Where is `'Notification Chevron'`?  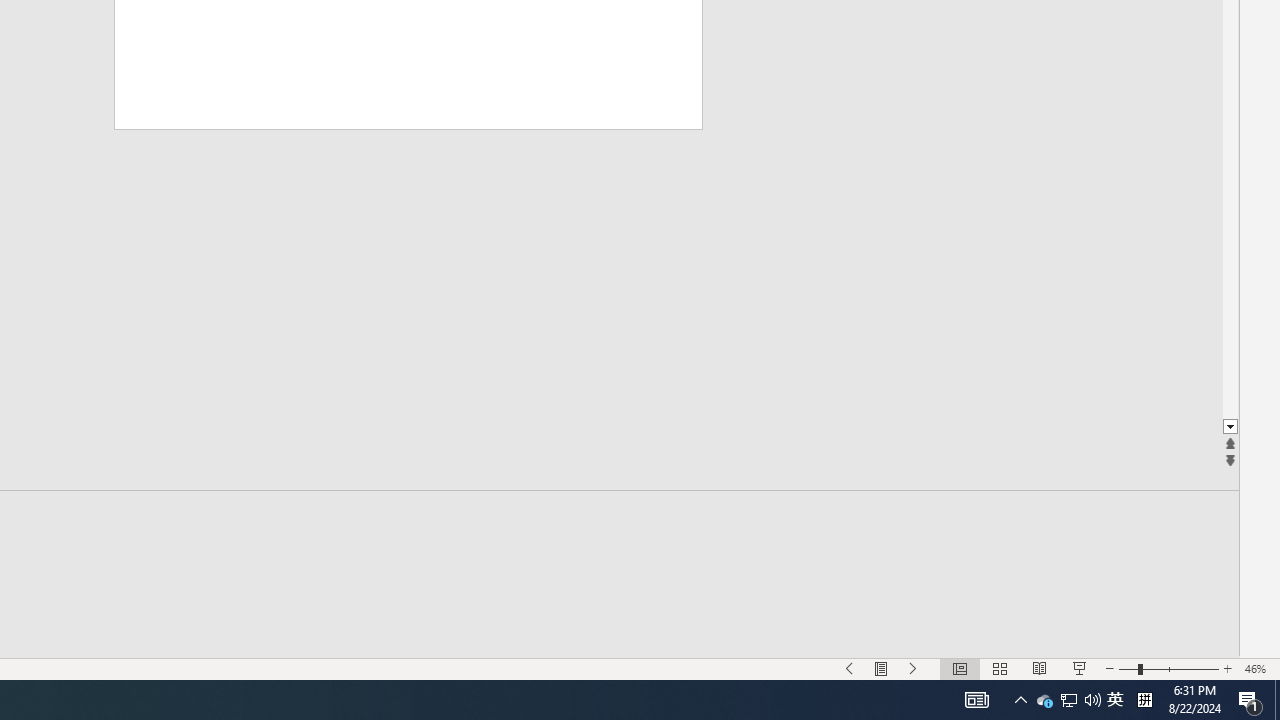 'Notification Chevron' is located at coordinates (1068, 698).